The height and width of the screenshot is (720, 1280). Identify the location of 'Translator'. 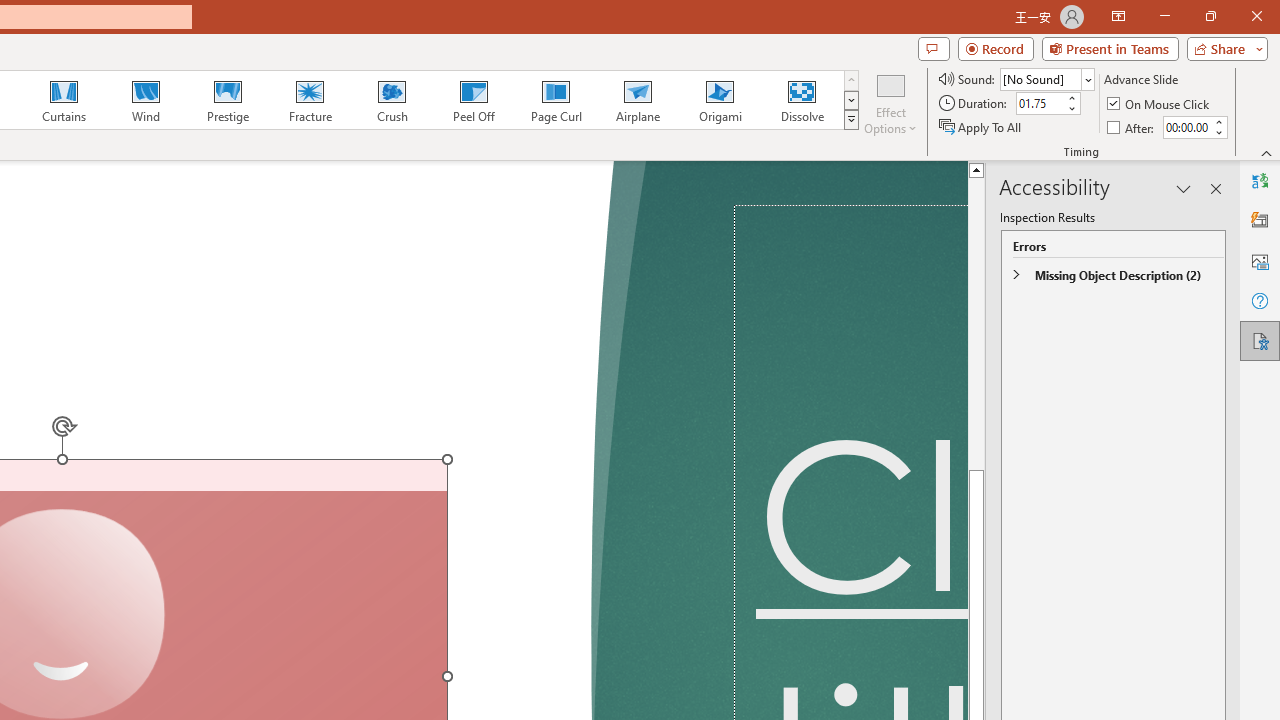
(1259, 181).